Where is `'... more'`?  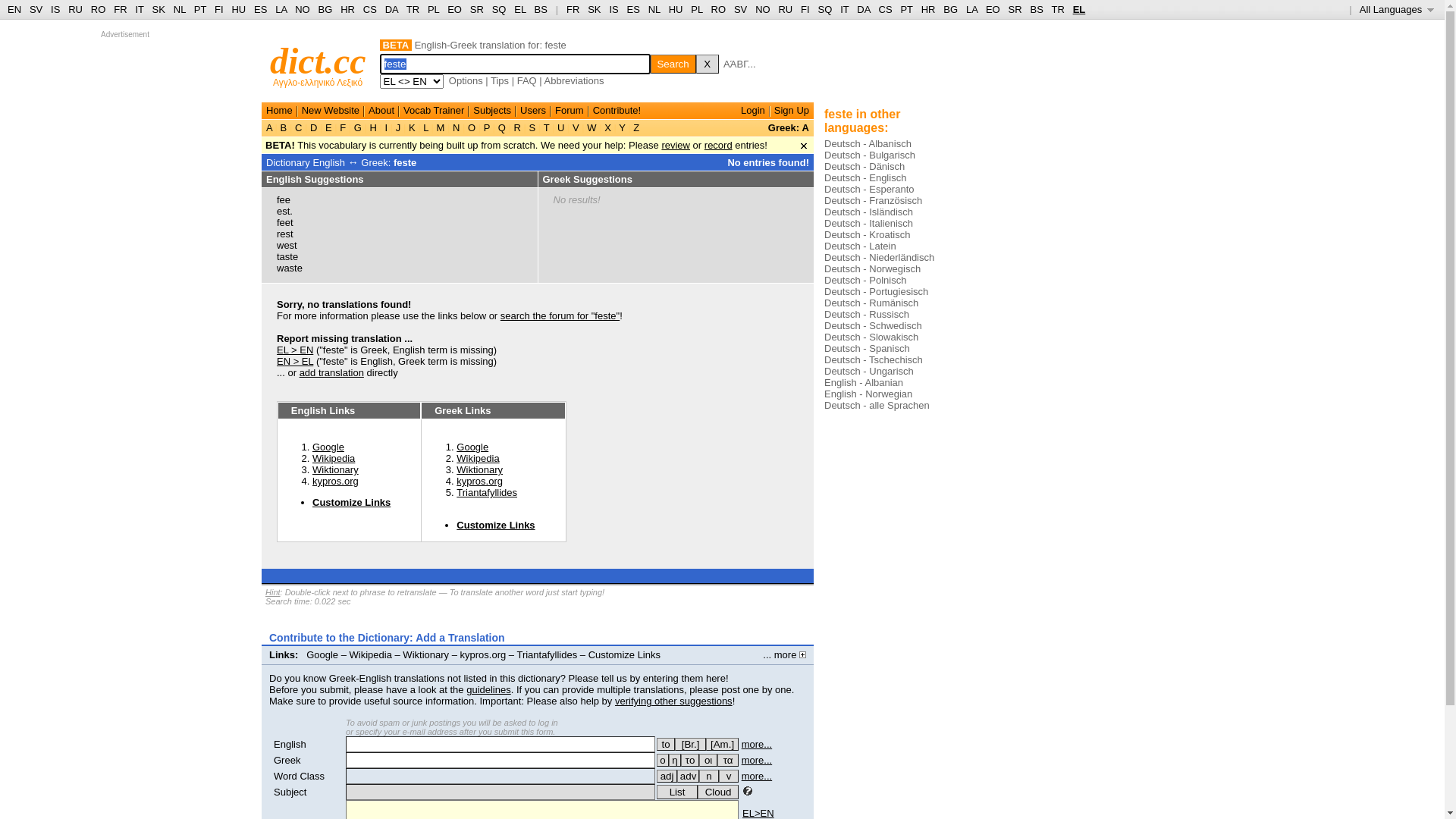
'... more' is located at coordinates (763, 654).